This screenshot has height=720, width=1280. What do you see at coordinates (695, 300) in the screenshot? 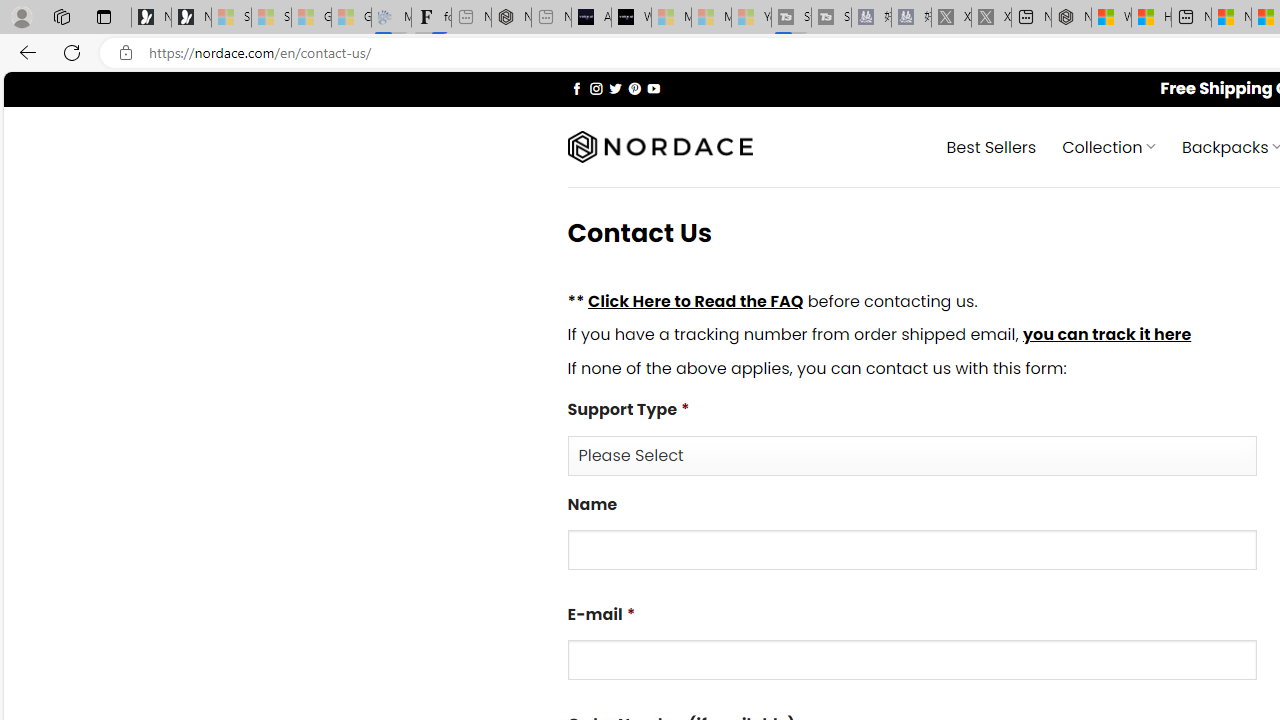
I see `'Click Here to Read the FAQ'` at bounding box center [695, 300].